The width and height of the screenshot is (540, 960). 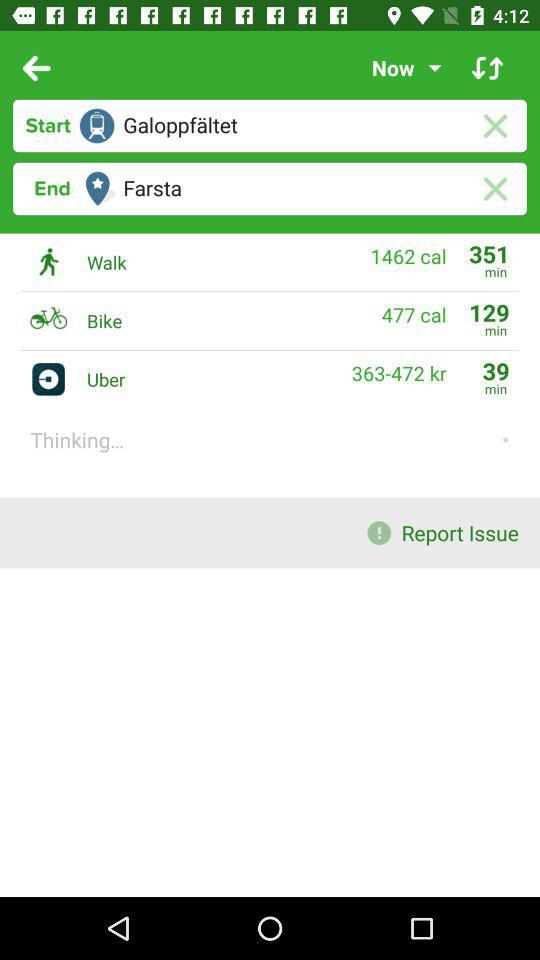 What do you see at coordinates (494, 189) in the screenshot?
I see `the close icon` at bounding box center [494, 189].